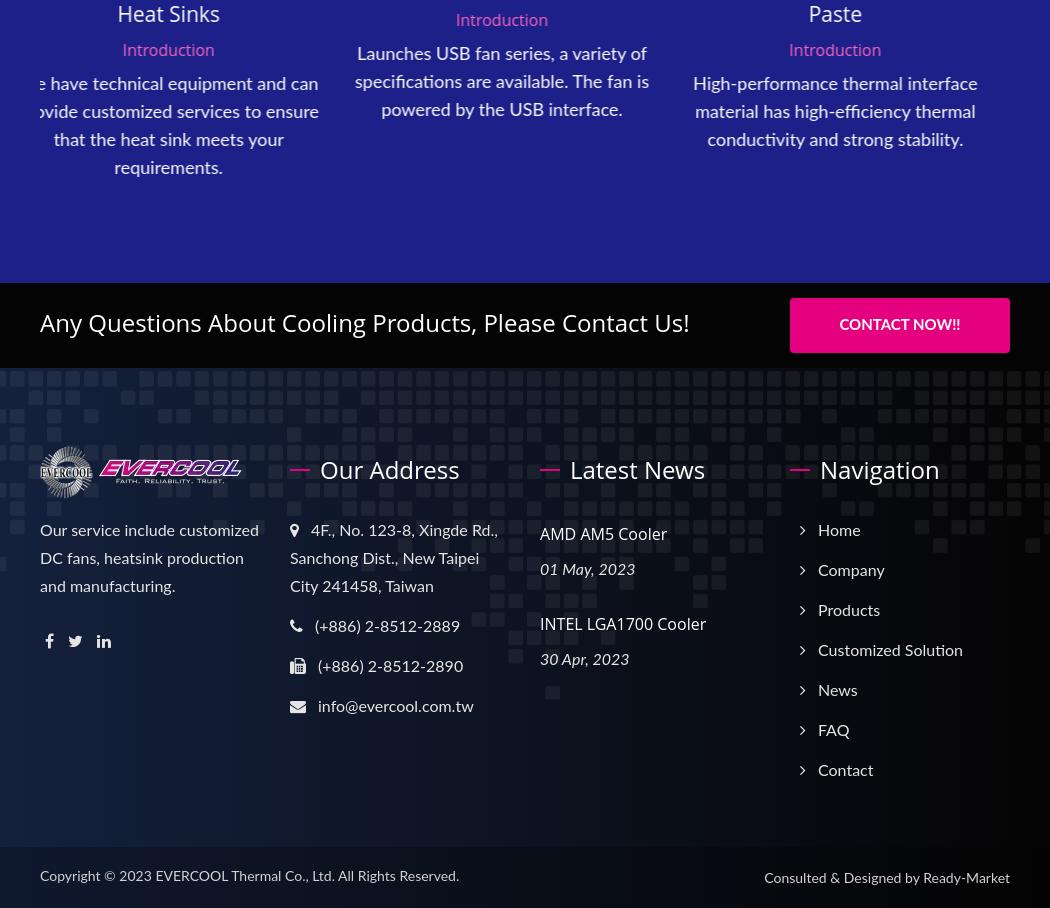 The width and height of the screenshot is (1050, 908). I want to click on '4F., No. 123-8, Xingde Rd., Sanchong Dist., New Taipei City 241458, Taiwan', so click(393, 557).